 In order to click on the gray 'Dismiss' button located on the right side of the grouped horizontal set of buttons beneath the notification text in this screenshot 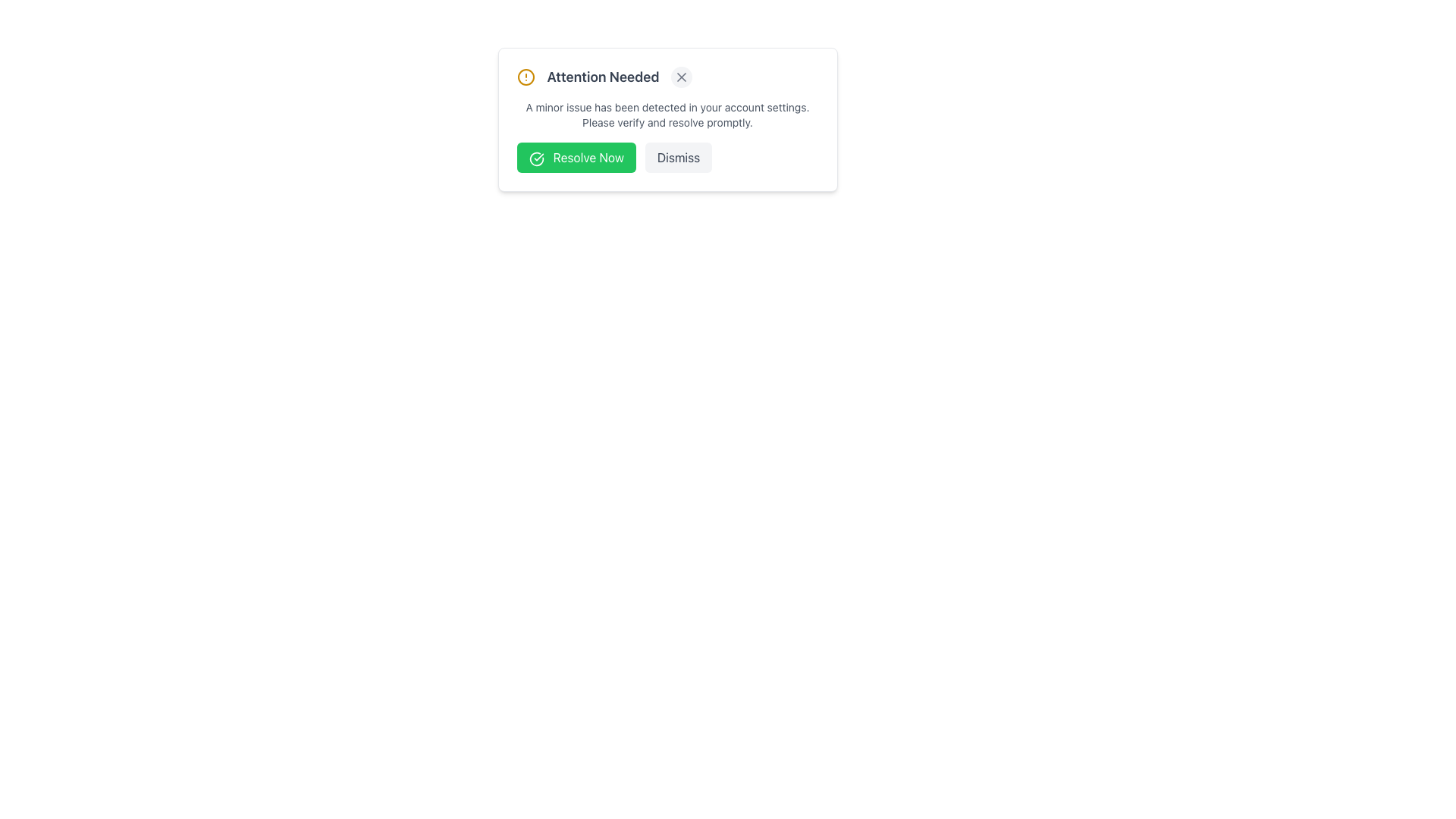, I will do `click(667, 158)`.